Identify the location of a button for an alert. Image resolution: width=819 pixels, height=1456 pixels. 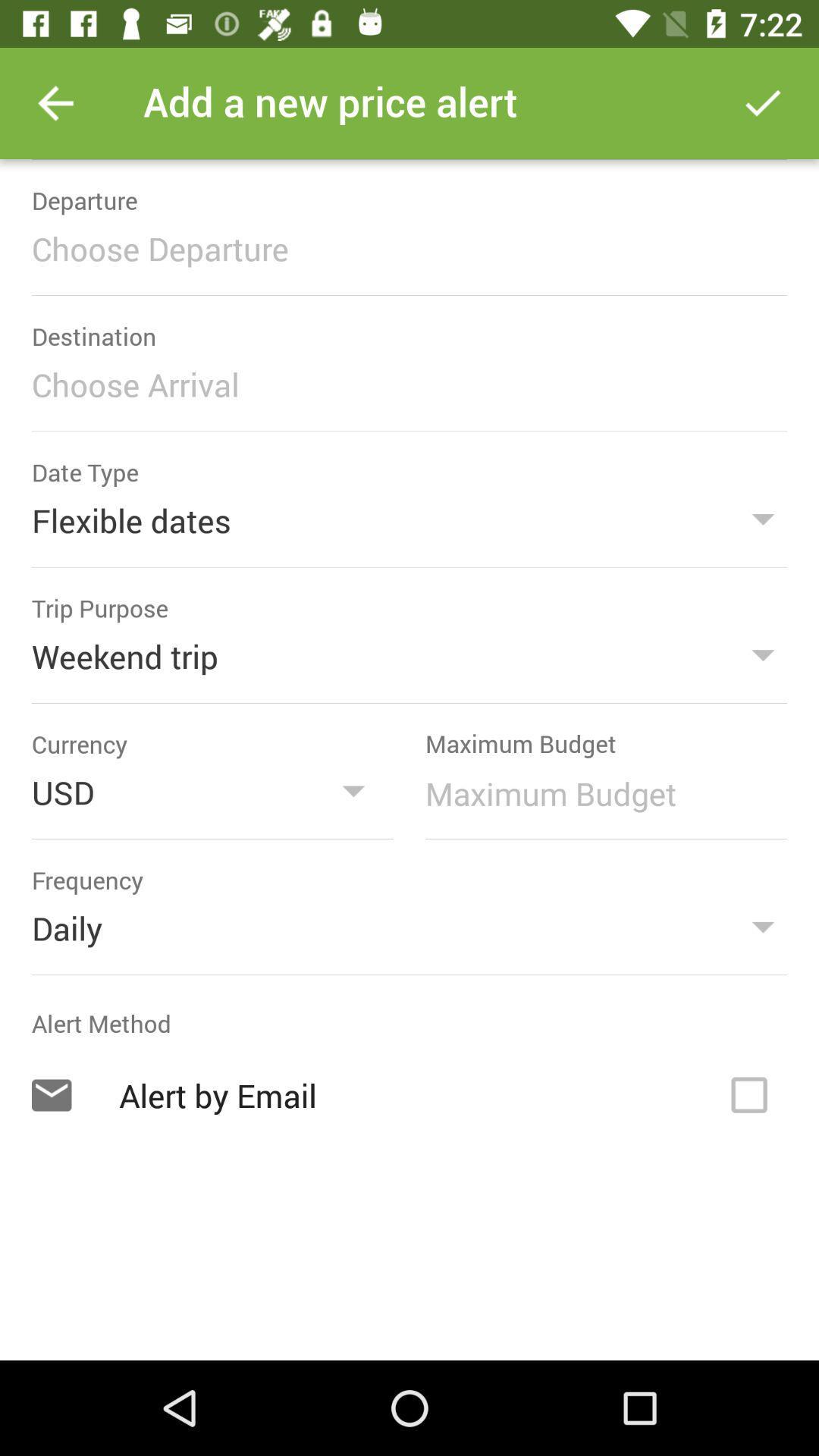
(748, 1095).